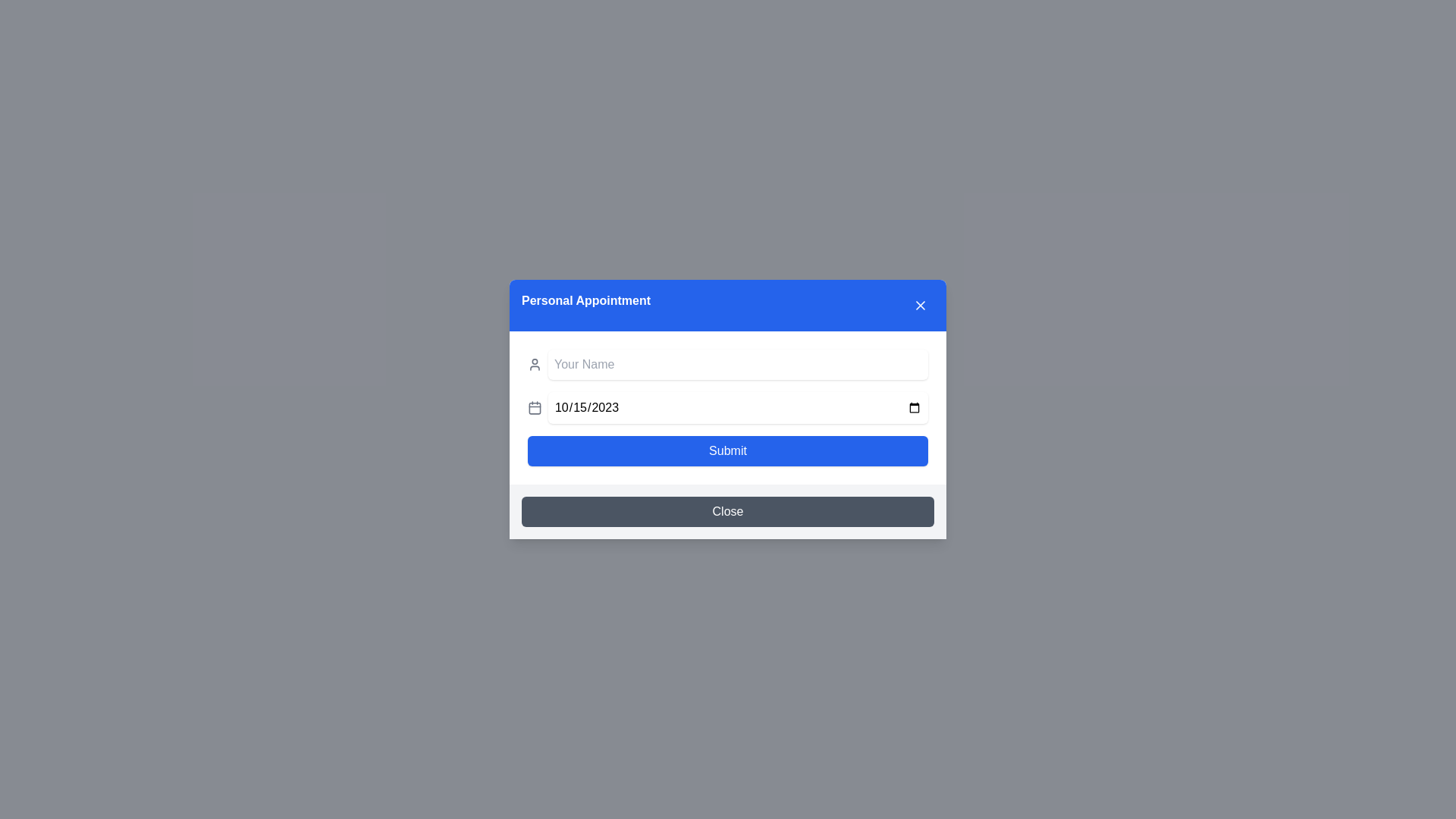 This screenshot has height=819, width=1456. Describe the element at coordinates (535, 365) in the screenshot. I see `the user profile silhouette icon, which is a small gray icon located to the far left of the text input field labeled 'Your Name'` at that location.